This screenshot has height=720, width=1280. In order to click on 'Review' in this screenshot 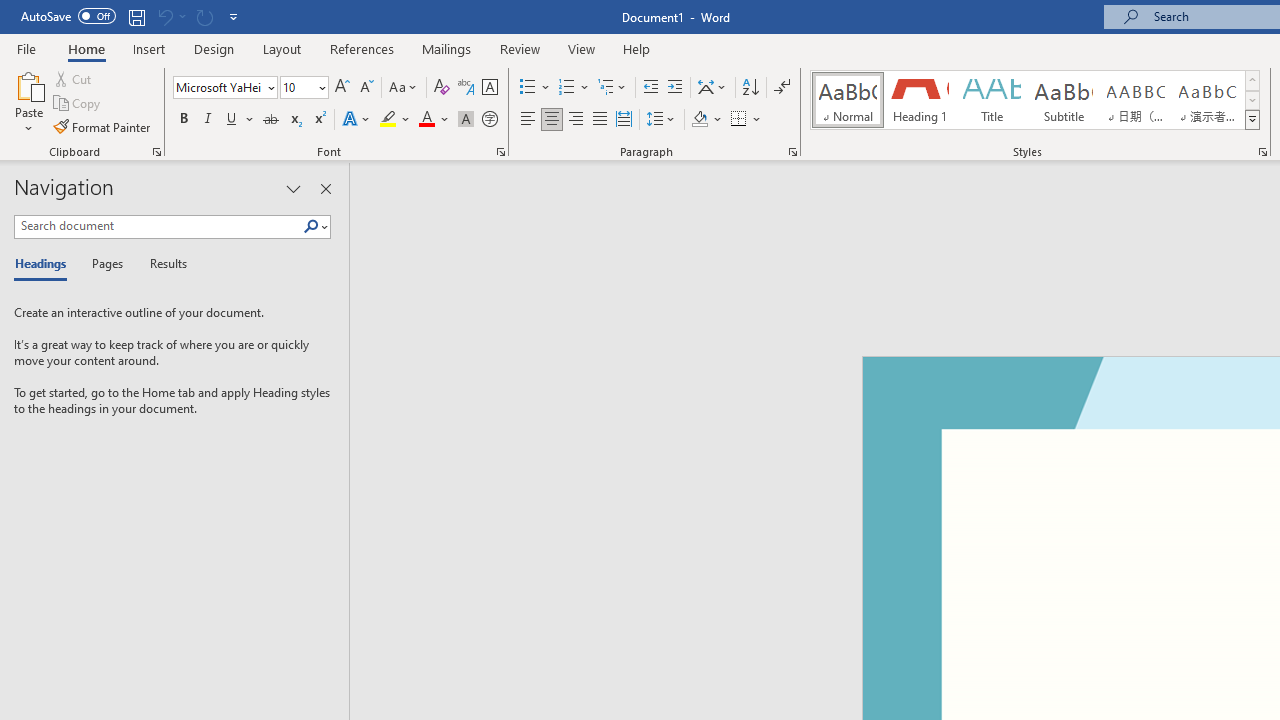, I will do `click(520, 48)`.